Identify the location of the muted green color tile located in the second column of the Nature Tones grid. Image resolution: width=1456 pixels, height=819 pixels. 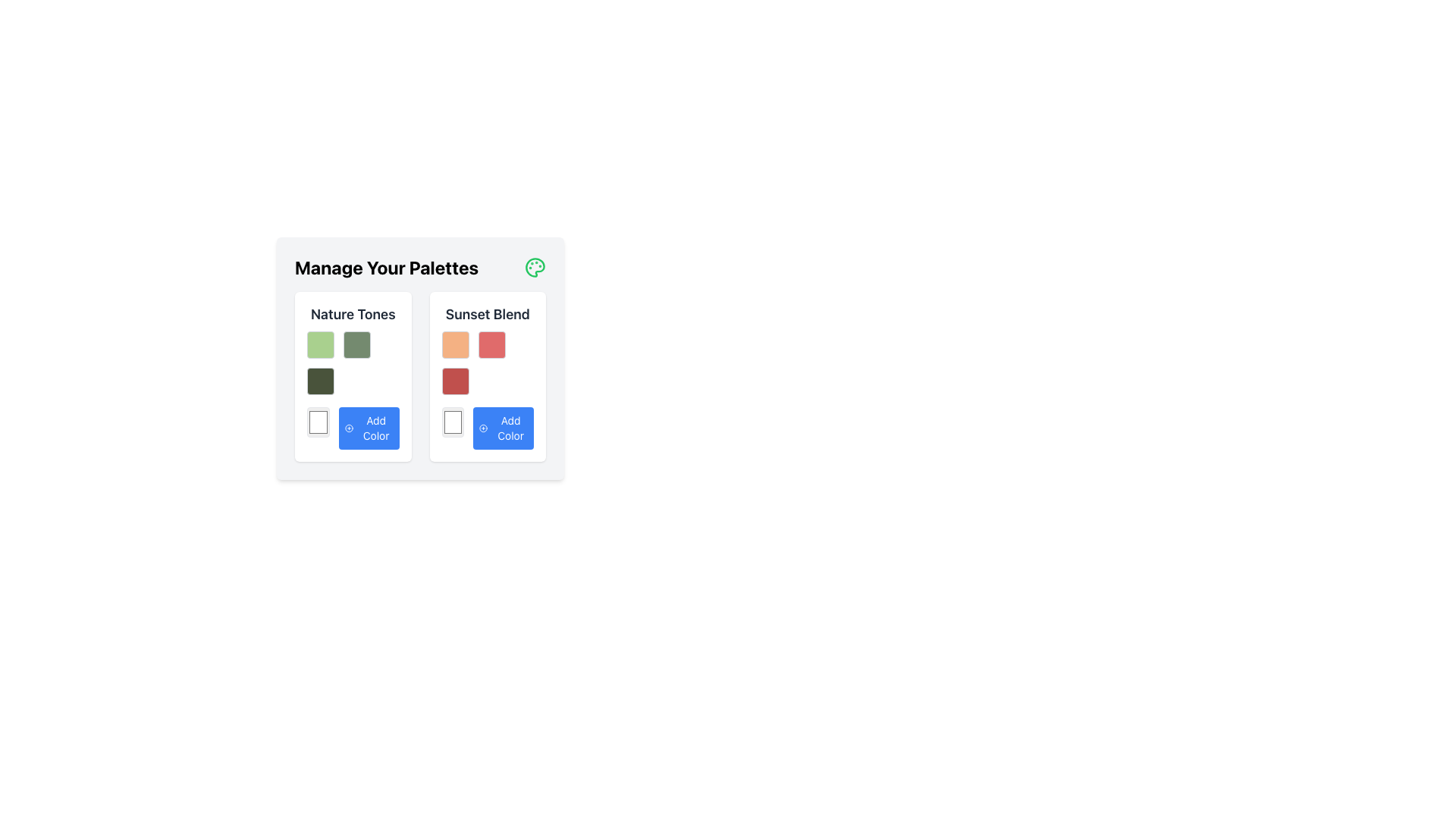
(356, 345).